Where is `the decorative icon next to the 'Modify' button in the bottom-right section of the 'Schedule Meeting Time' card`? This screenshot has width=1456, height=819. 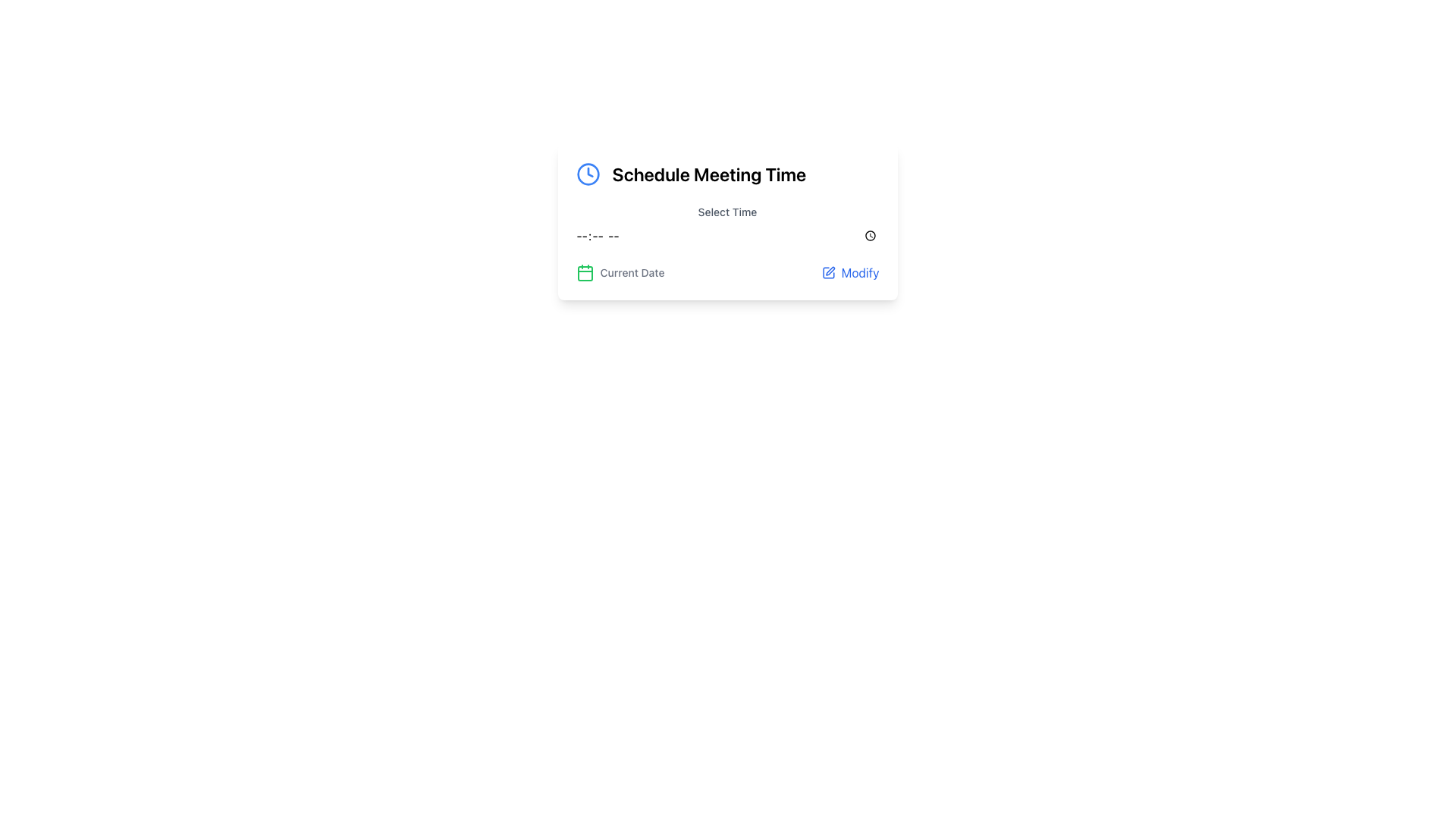 the decorative icon next to the 'Modify' button in the bottom-right section of the 'Schedule Meeting Time' card is located at coordinates (827, 271).